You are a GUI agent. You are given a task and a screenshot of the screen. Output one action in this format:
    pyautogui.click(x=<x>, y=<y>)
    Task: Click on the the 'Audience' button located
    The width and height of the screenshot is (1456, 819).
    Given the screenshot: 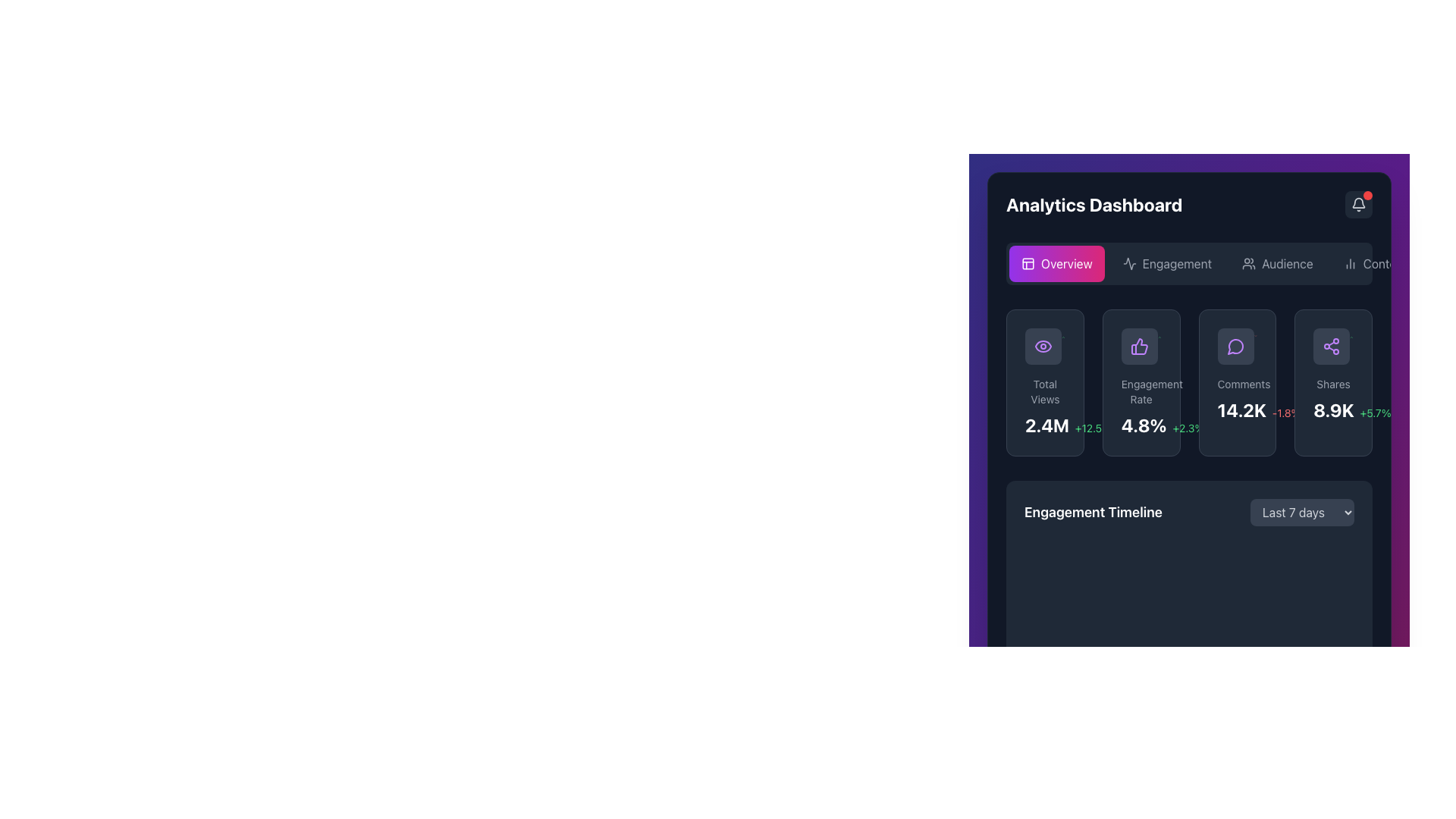 What is the action you would take?
    pyautogui.click(x=1286, y=262)
    